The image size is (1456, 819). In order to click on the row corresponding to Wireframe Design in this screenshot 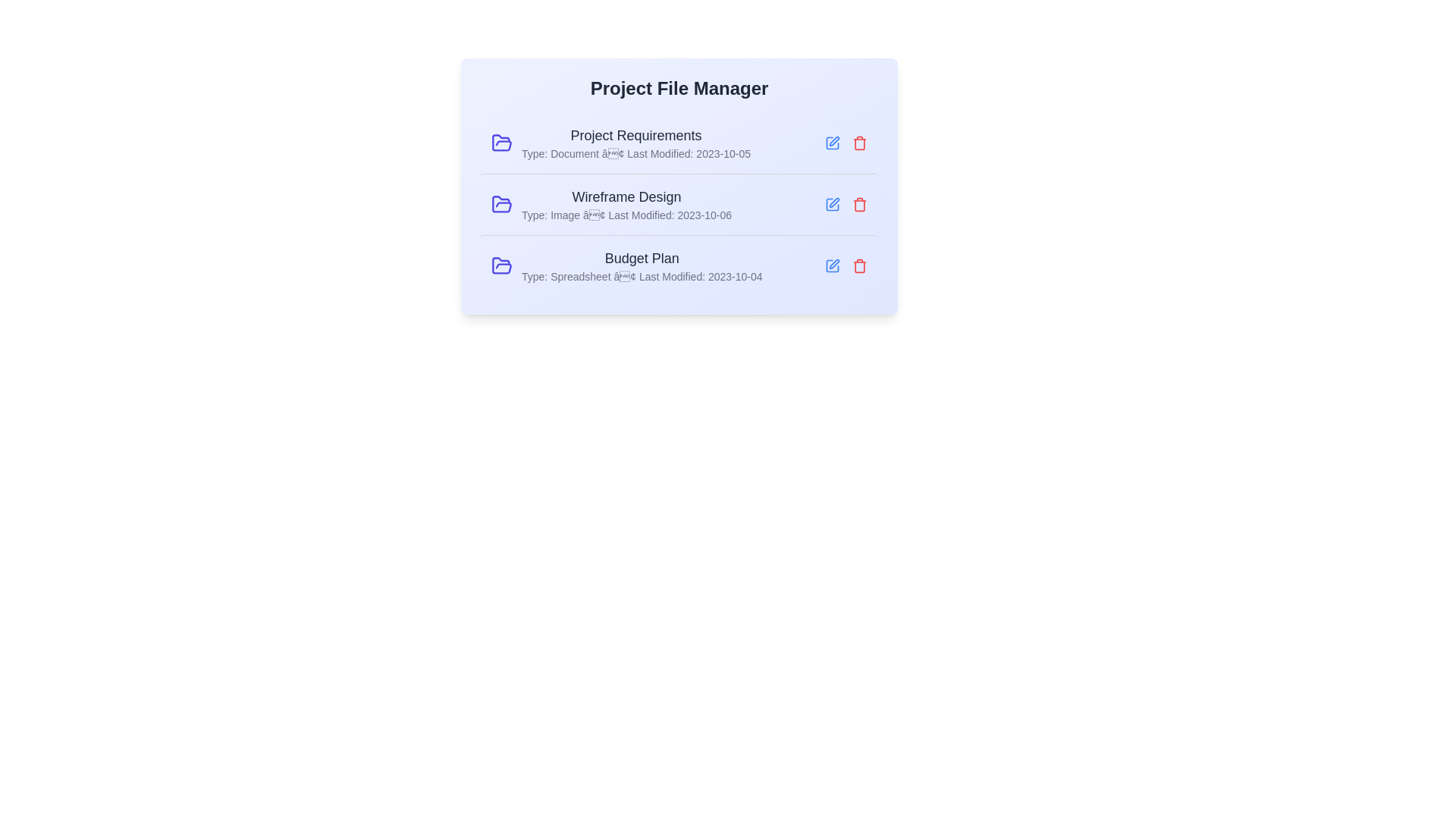, I will do `click(679, 203)`.